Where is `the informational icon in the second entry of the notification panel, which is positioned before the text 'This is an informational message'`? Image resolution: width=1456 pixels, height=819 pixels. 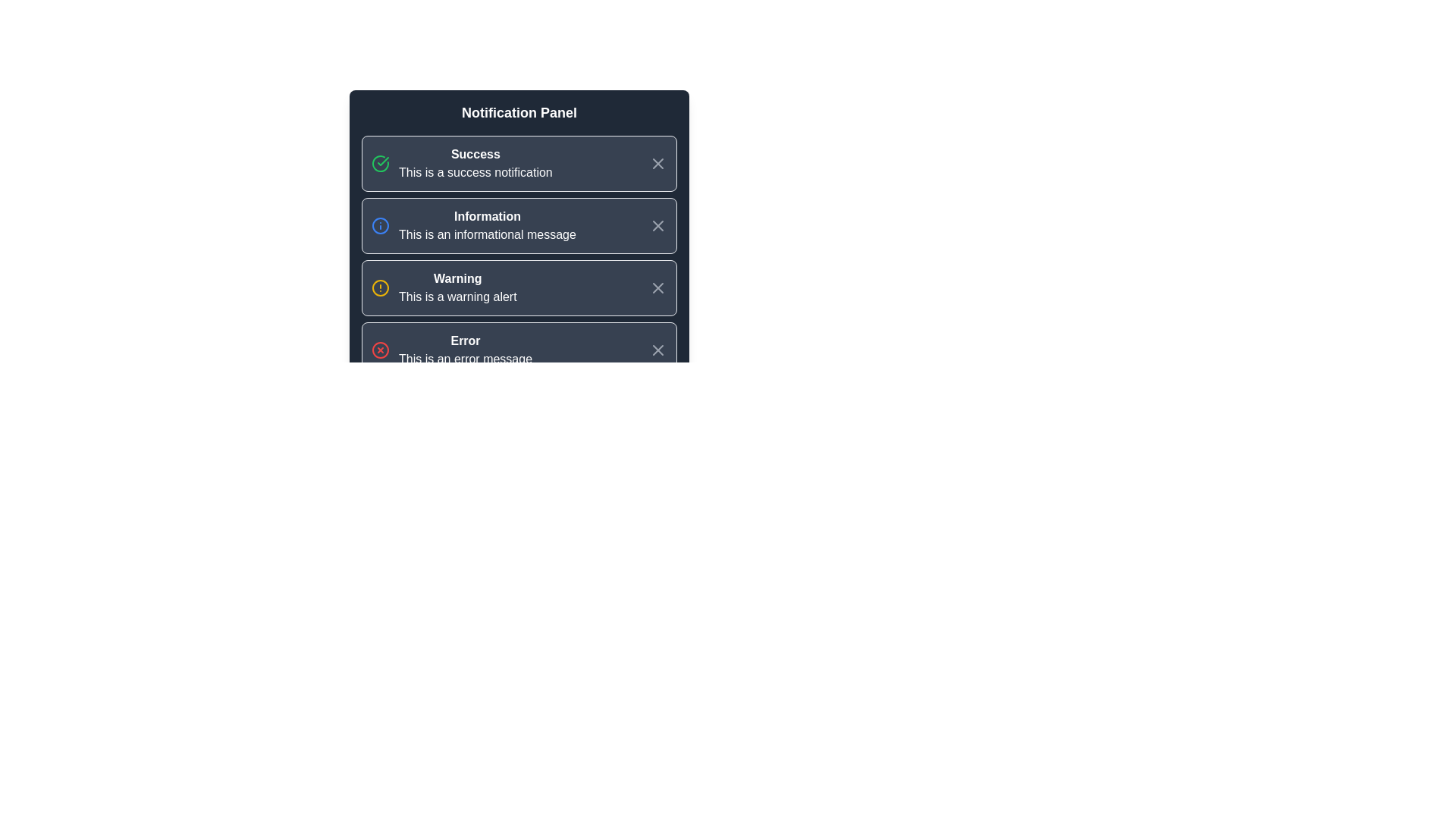 the informational icon in the second entry of the notification panel, which is positioned before the text 'This is an informational message' is located at coordinates (381, 225).